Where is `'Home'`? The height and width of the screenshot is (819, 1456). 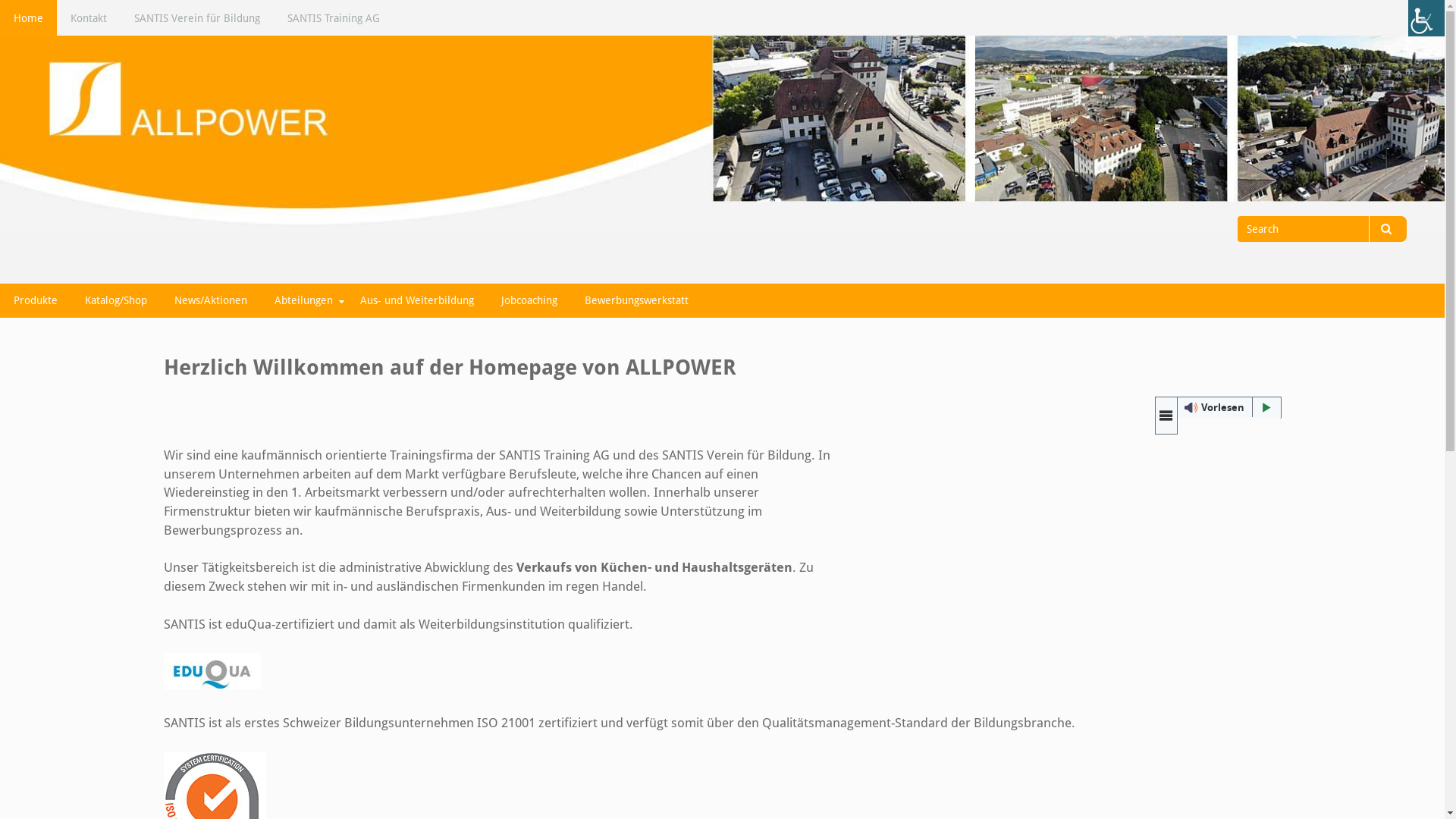
'Home' is located at coordinates (28, 17).